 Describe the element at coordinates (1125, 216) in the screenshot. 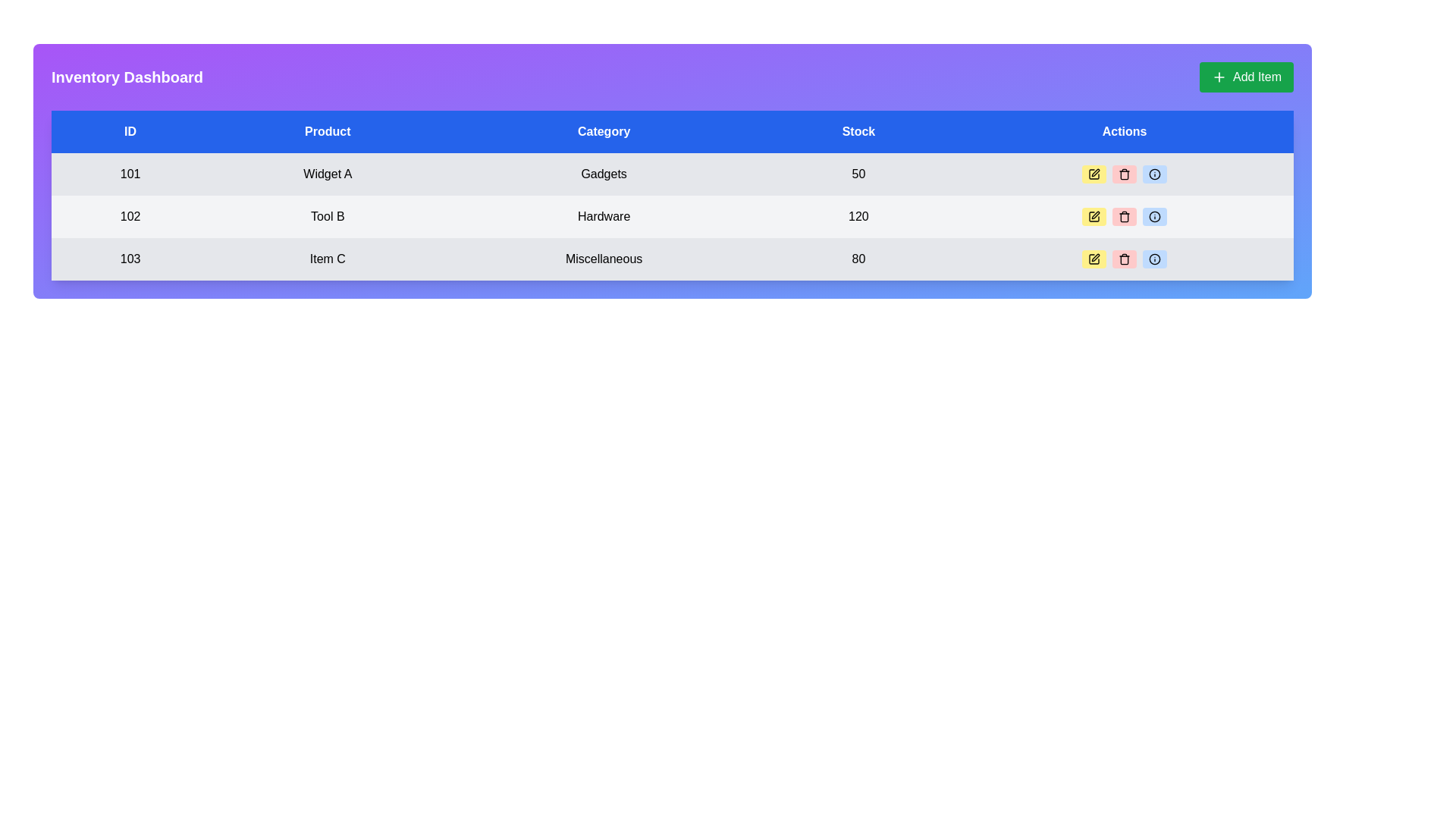

I see `the trash bin icon located within the delete button in the 'Actions' column of the second row of the data table for product 'Tool B'` at that location.